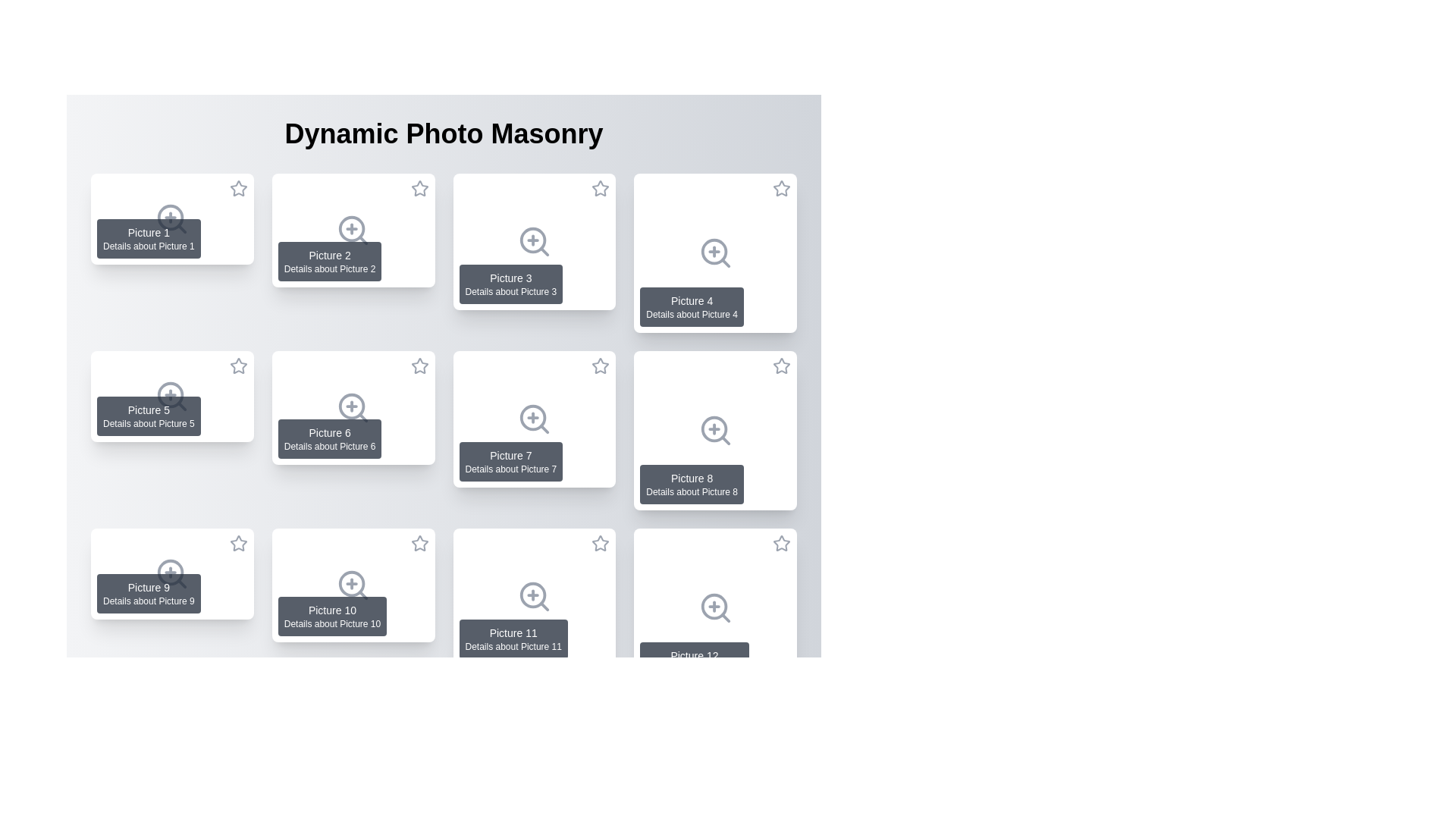 This screenshot has width=1456, height=819. What do you see at coordinates (782, 190) in the screenshot?
I see `the star icon located at the top-right corner of the card labeled 'Picture 4'` at bounding box center [782, 190].